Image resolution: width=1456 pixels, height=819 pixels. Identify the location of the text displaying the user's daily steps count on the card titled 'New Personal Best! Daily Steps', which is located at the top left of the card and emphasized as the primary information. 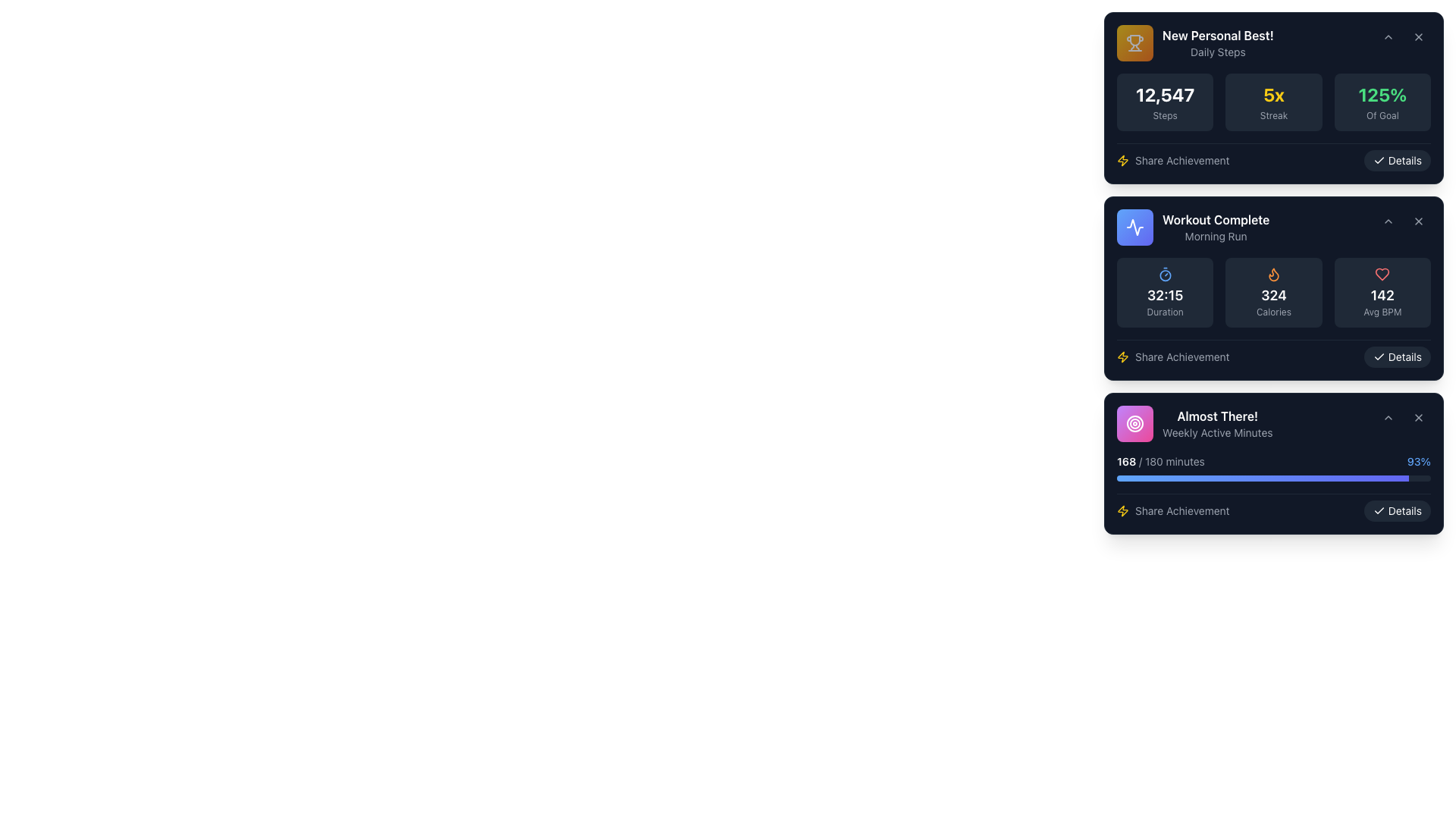
(1164, 94).